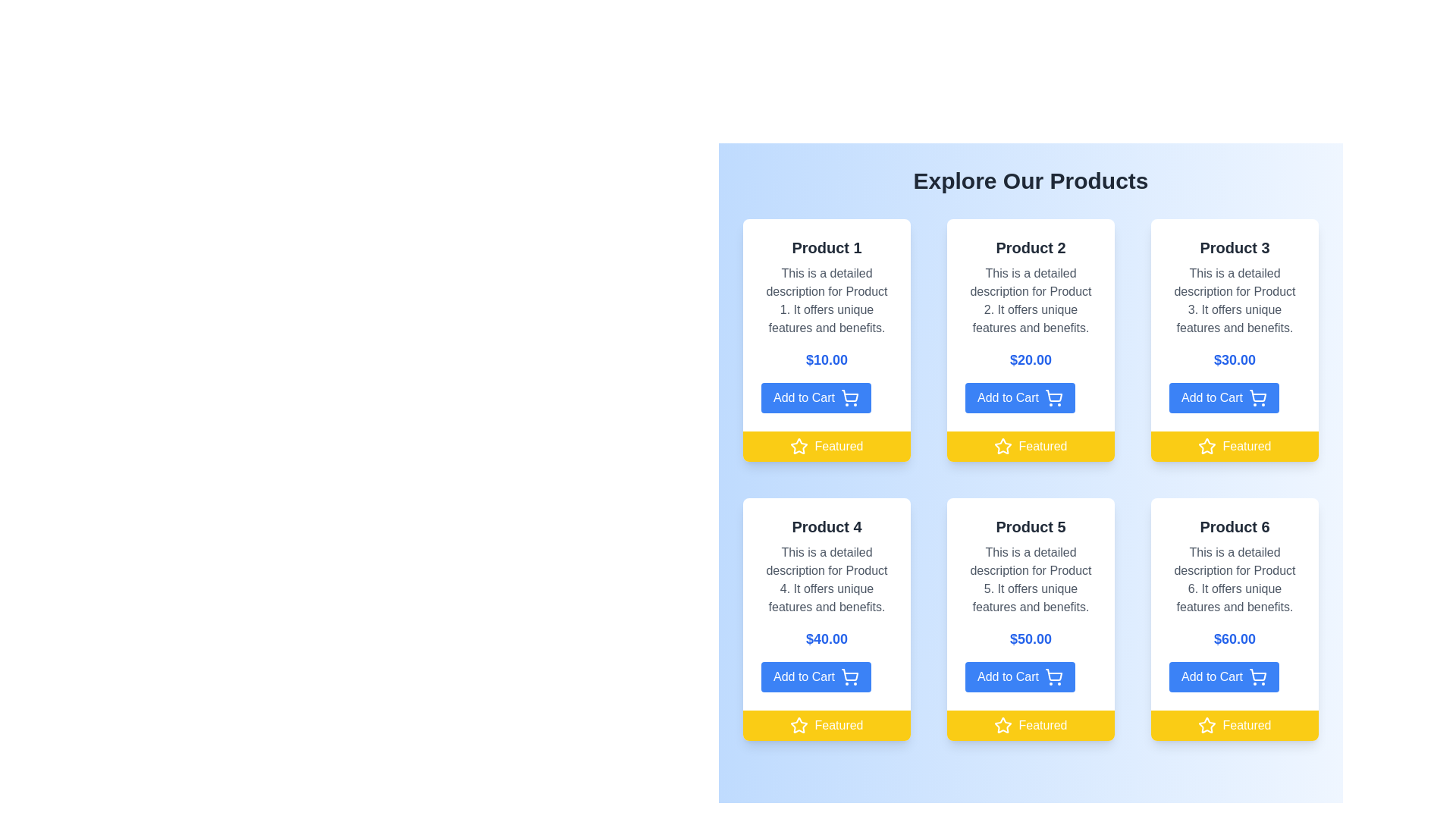 This screenshot has width=1456, height=819. Describe the element at coordinates (1235, 301) in the screenshot. I see `the textual description that reads 'This is a detailed description for Product 3', which is styled in subtle gray and positioned below the product name 'Product 3' and above the price '$30.00'` at that location.